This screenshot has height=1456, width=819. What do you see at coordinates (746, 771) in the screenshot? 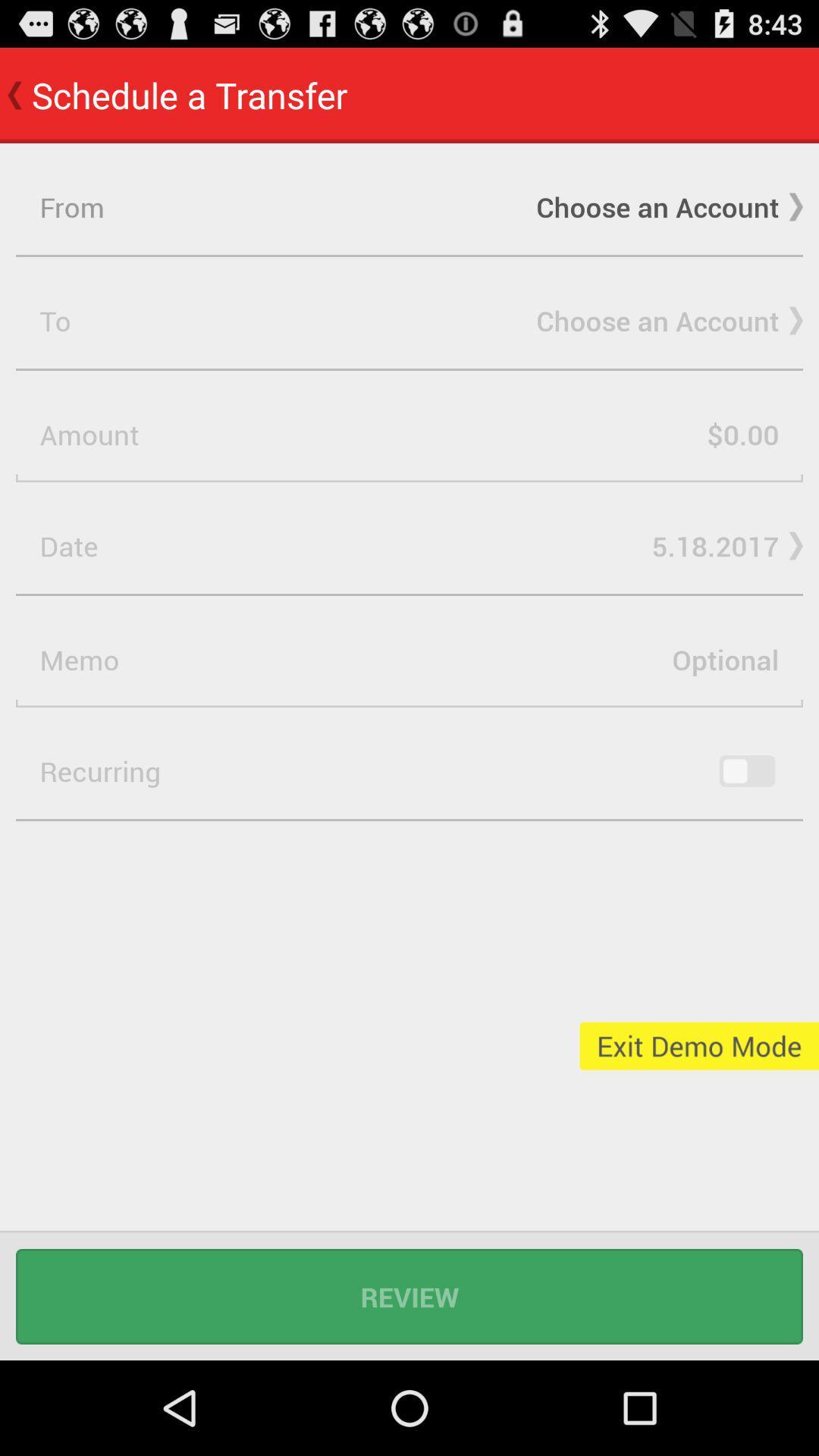
I see `set the recurring option` at bounding box center [746, 771].